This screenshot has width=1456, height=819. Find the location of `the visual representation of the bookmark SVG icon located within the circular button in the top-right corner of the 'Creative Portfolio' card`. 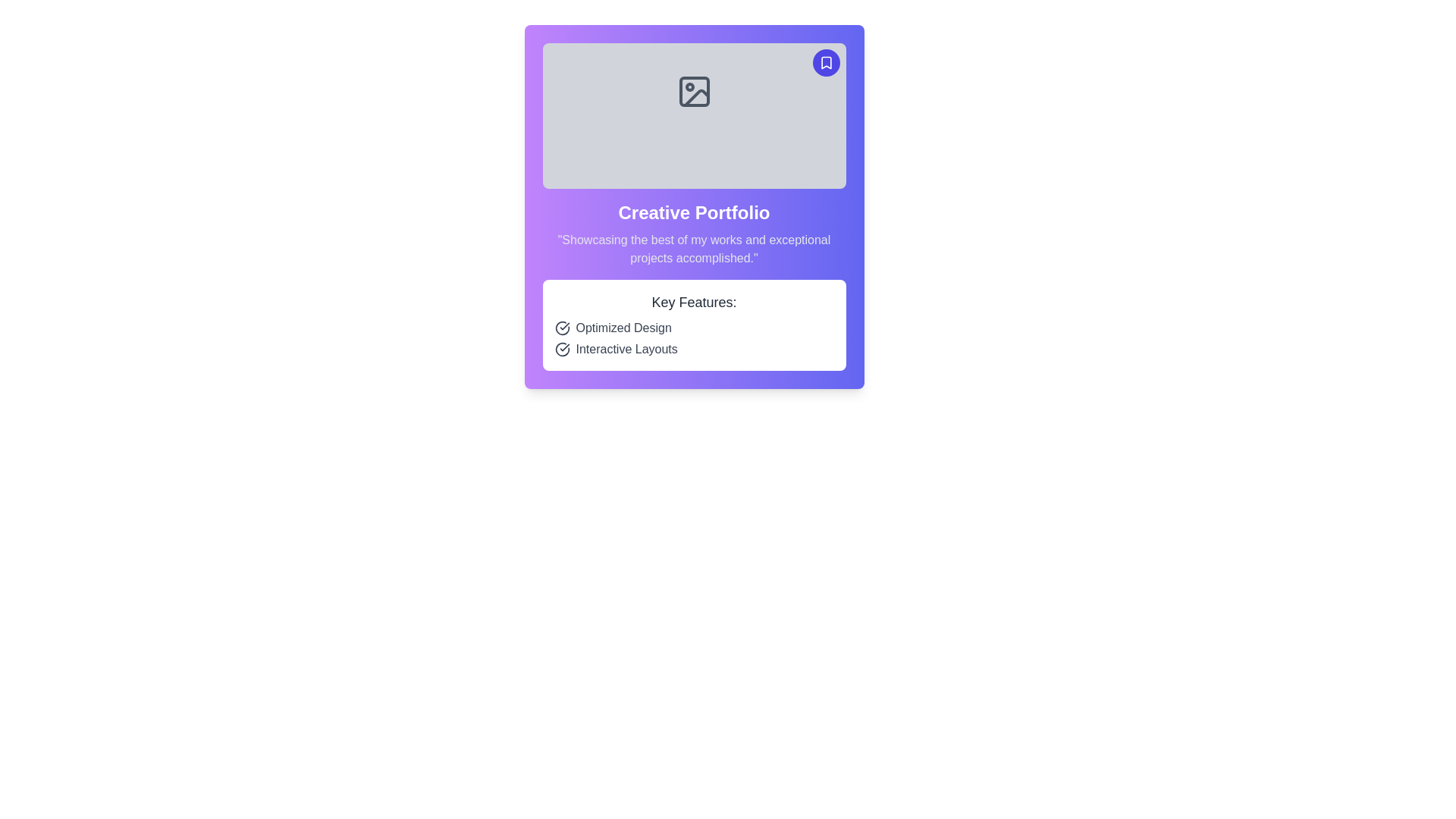

the visual representation of the bookmark SVG icon located within the circular button in the top-right corner of the 'Creative Portfolio' card is located at coordinates (825, 62).